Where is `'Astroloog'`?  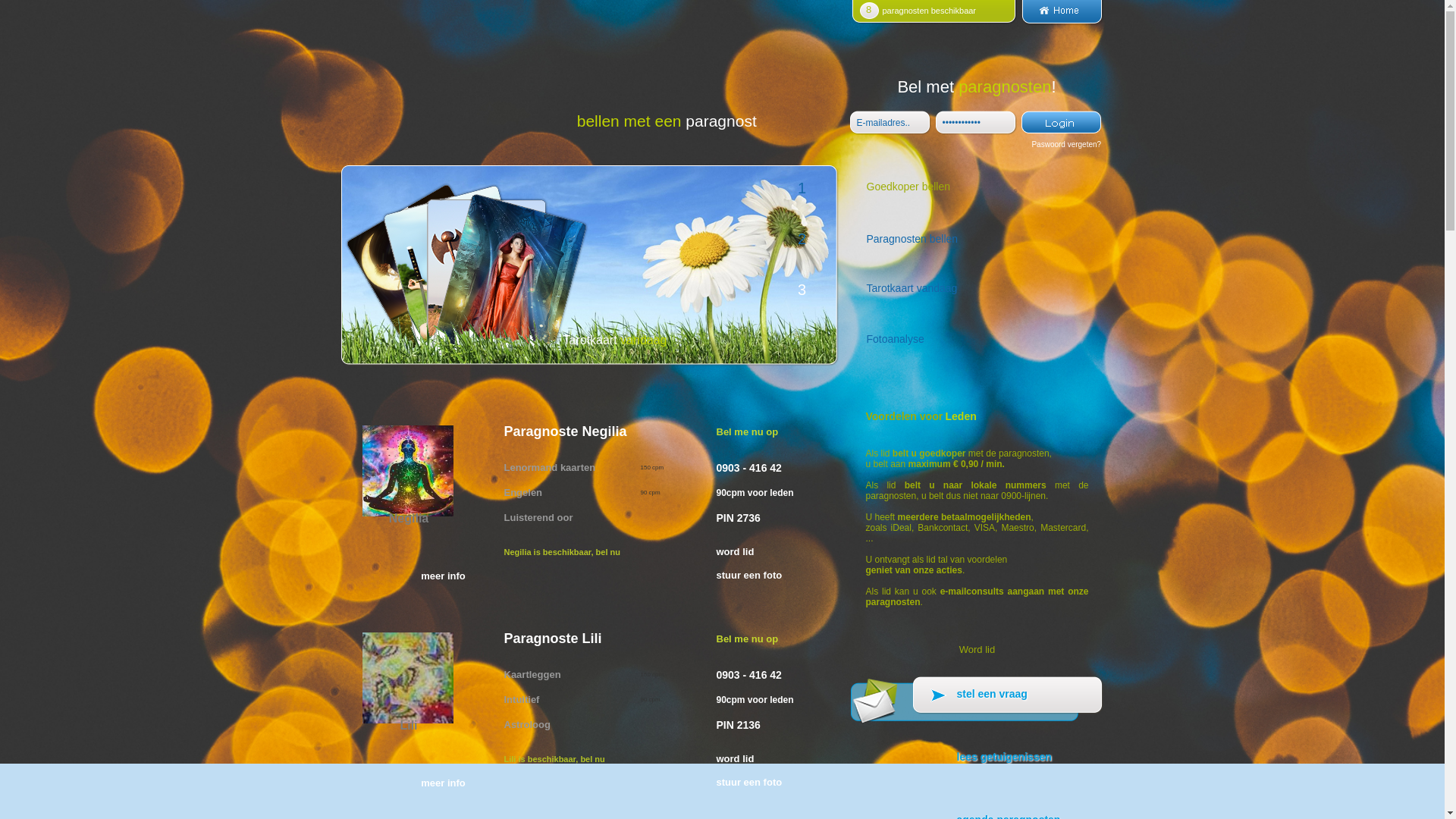
'Astroloog' is located at coordinates (526, 723).